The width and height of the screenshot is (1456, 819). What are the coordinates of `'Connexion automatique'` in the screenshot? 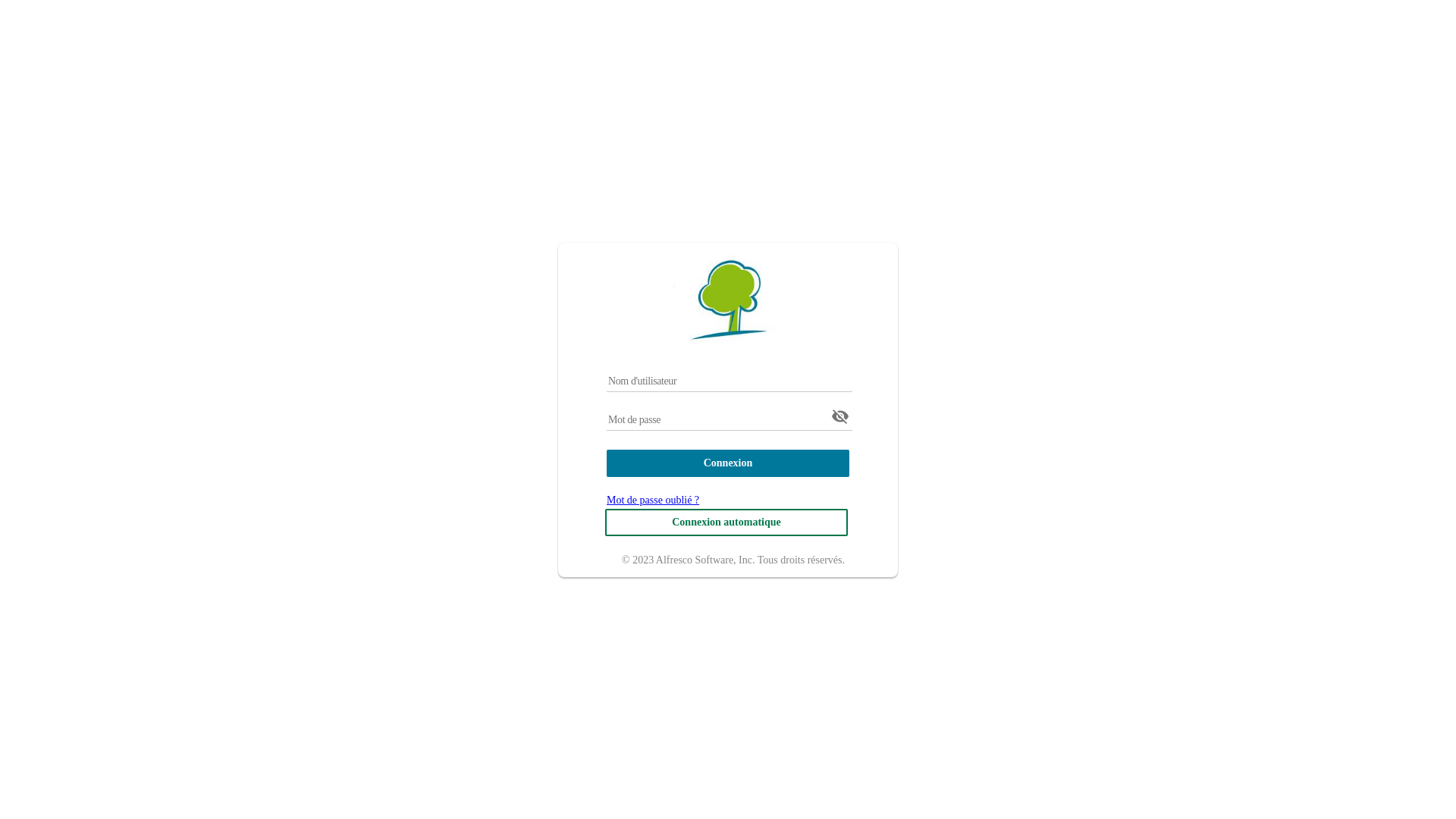 It's located at (726, 520).